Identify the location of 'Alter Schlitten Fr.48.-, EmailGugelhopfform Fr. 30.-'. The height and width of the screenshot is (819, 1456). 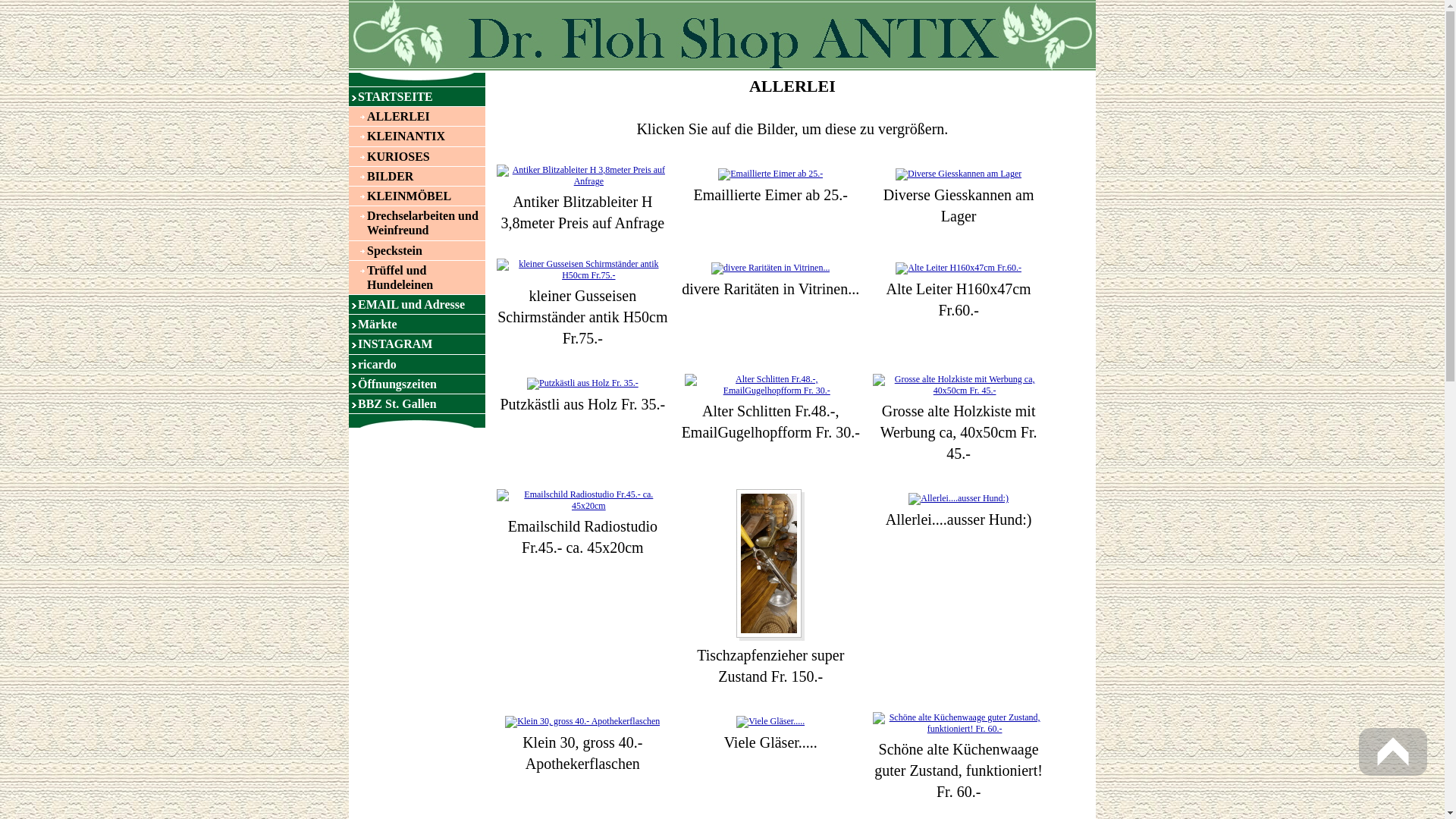
(770, 383).